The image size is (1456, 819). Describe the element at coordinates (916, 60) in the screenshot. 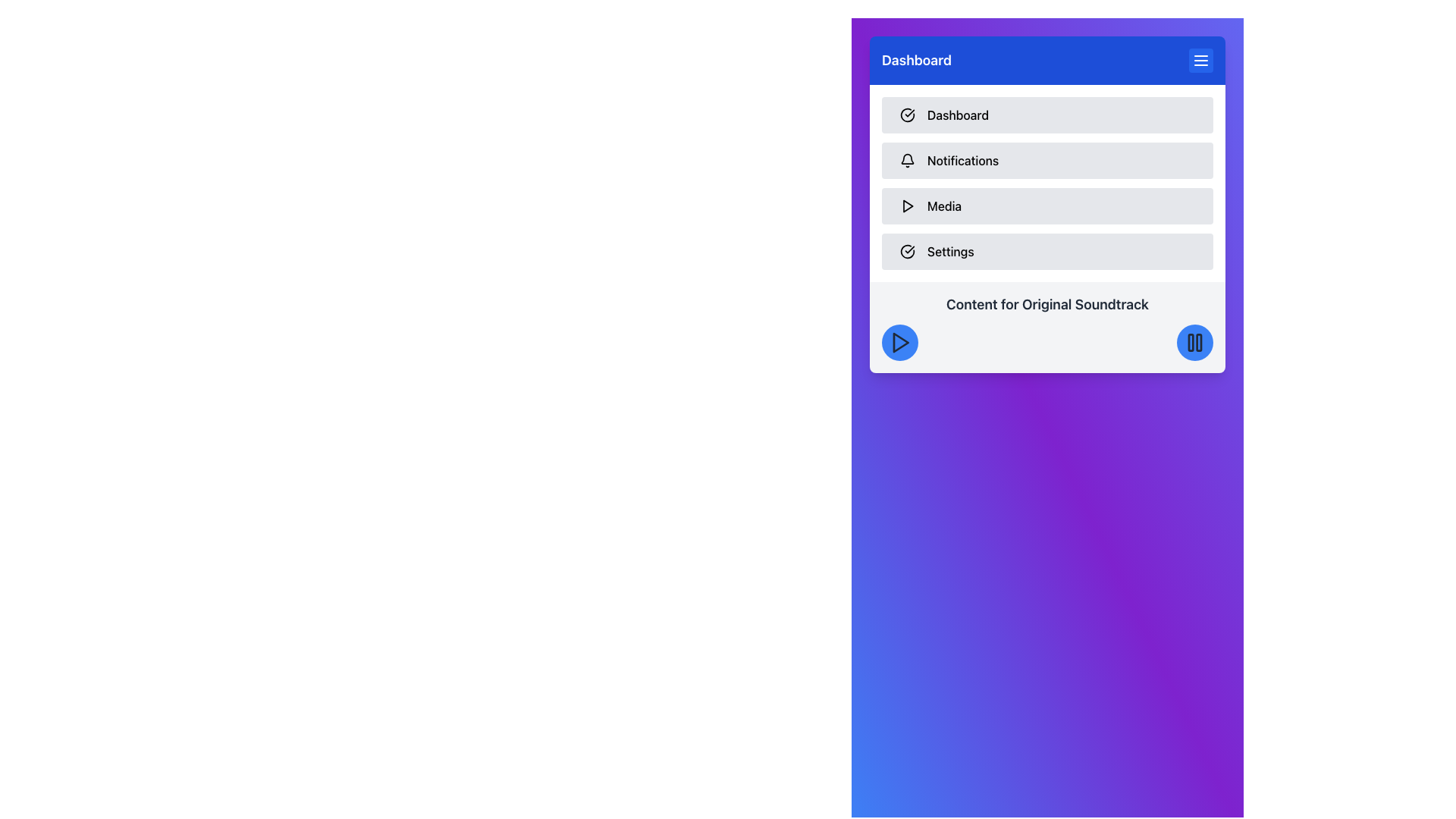

I see `the bold text label displaying 'Dashboard' located at the top left of the blue banner in the interface` at that location.